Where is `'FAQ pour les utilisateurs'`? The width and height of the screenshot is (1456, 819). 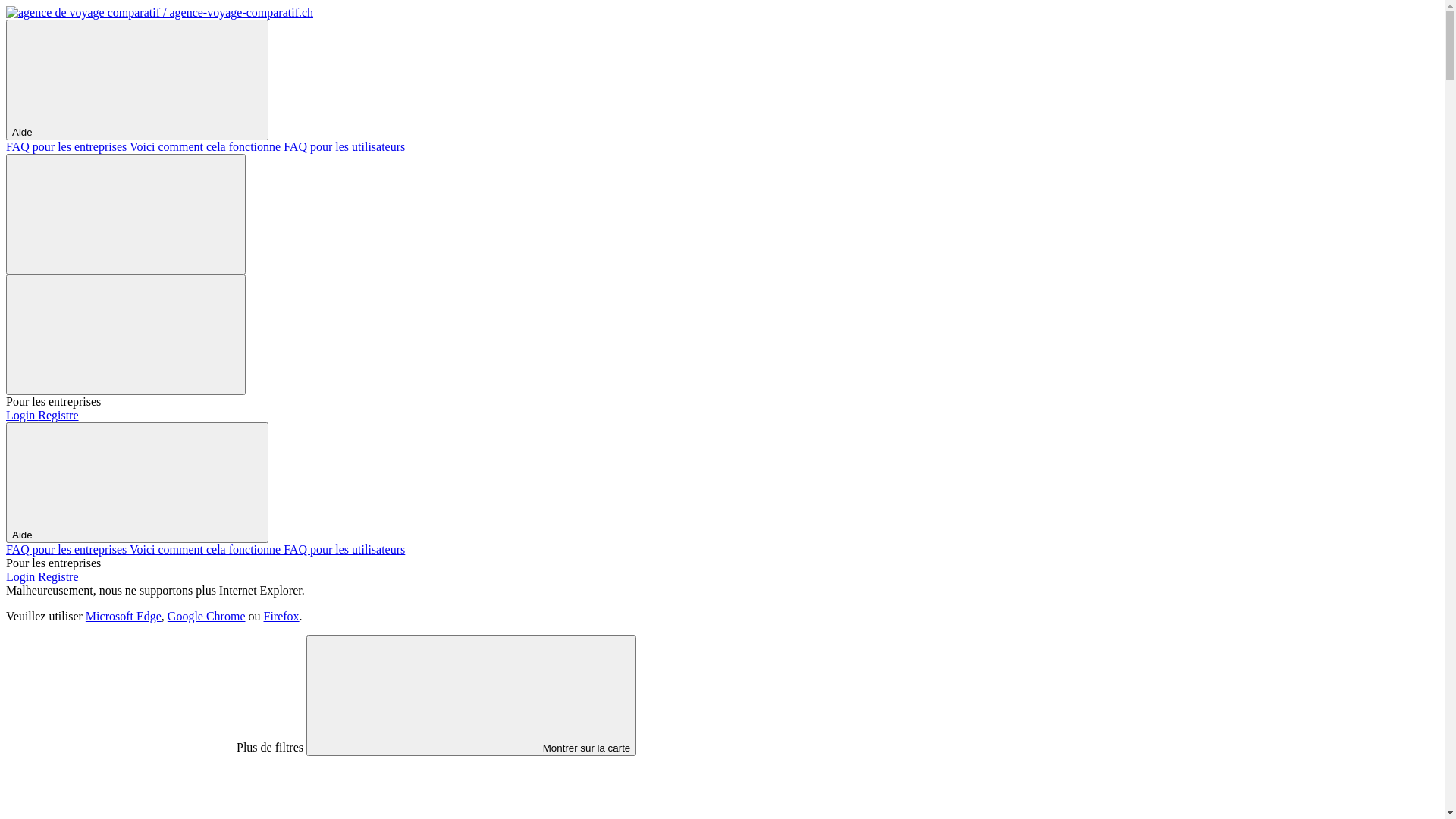
'FAQ pour les utilisateurs' is located at coordinates (344, 549).